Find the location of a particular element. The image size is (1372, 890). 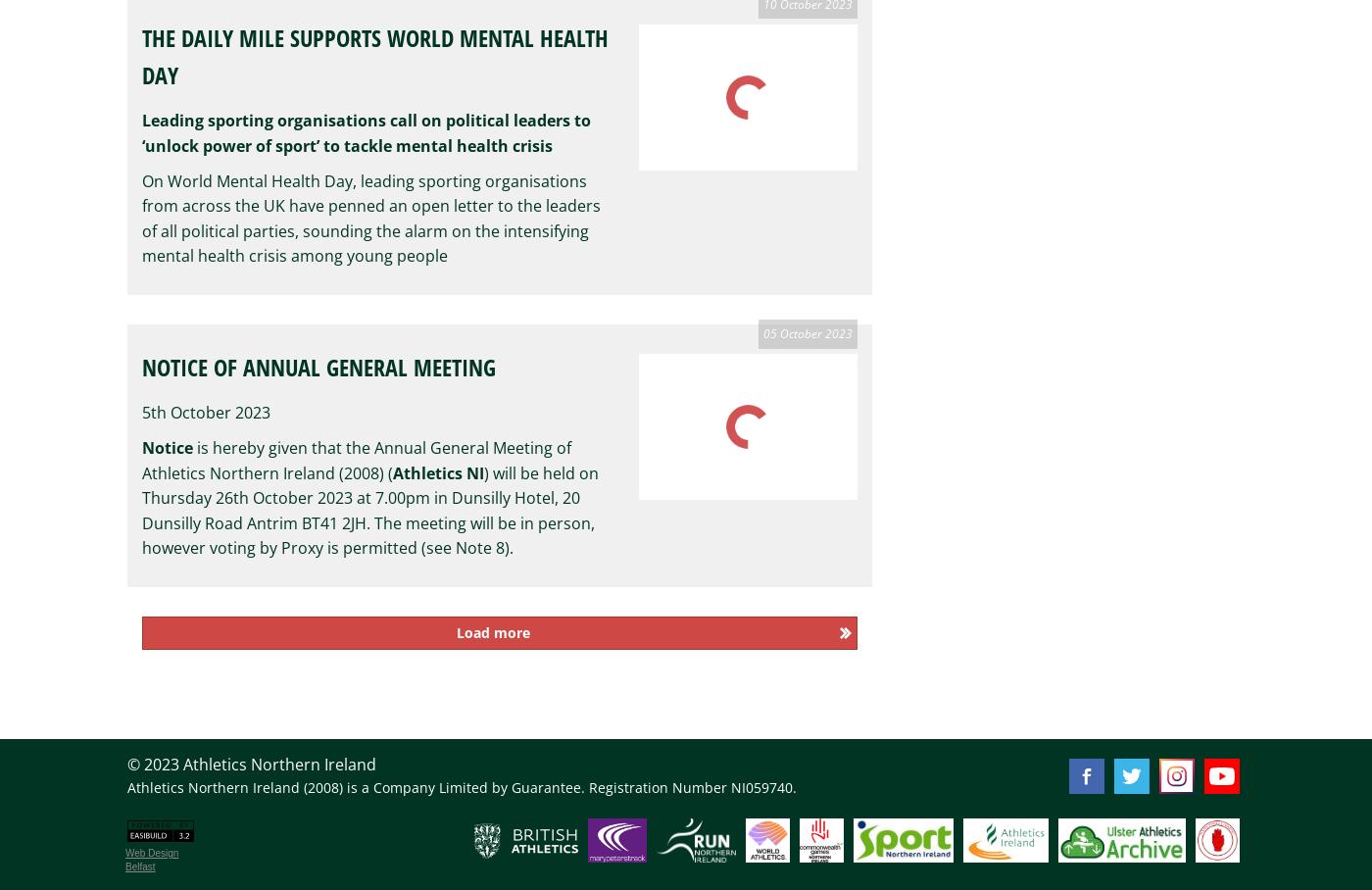

'On World Mental Health Day, leading sporting organisations from across the UK have penned an open letter to the leaders of all political parties, sounding the alarm on the intensifying mental health crisis among young people' is located at coordinates (370, 218).